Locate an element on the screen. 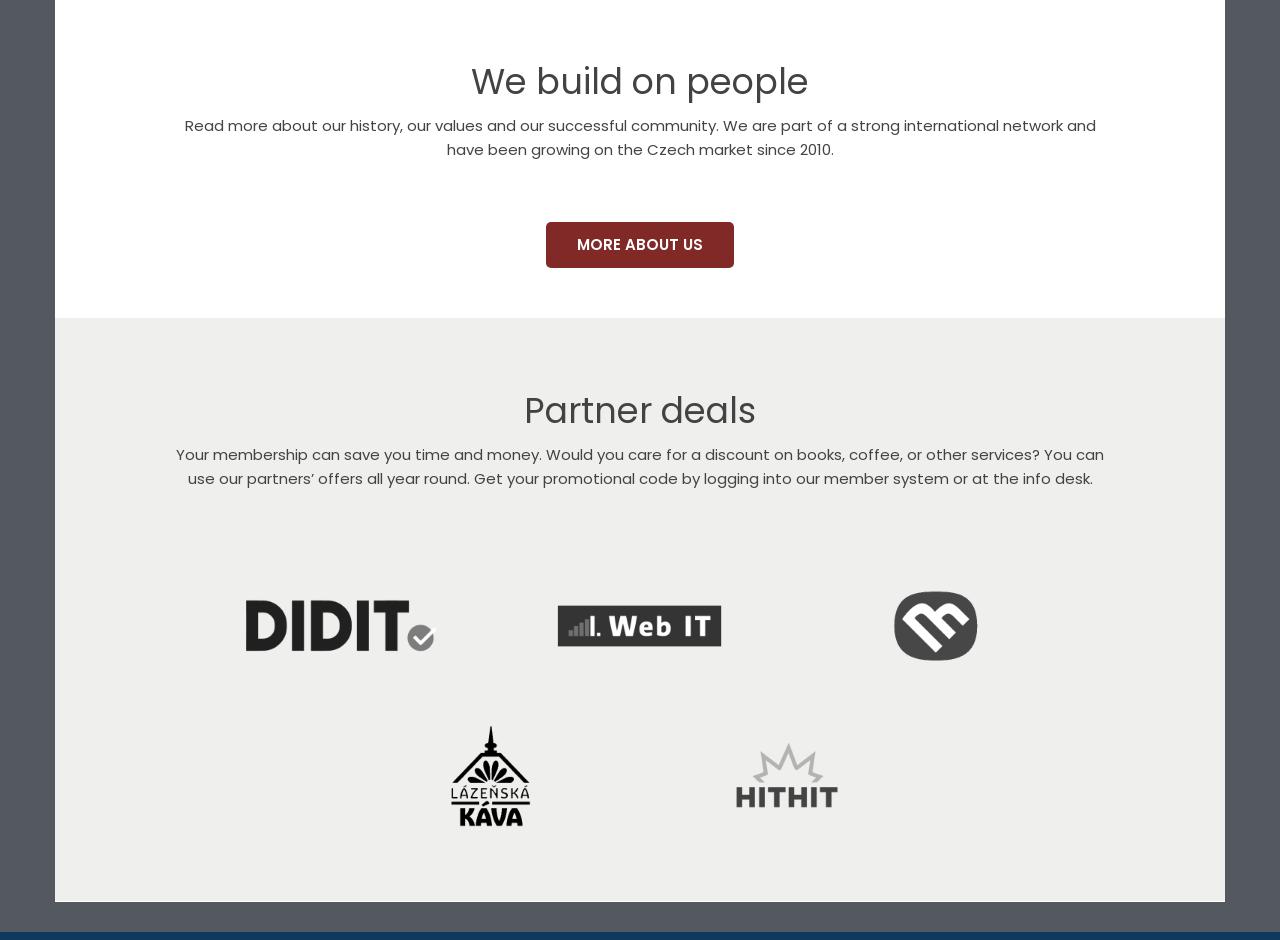  'Free hour of wide variety of assistance services.' is located at coordinates (339, 893).